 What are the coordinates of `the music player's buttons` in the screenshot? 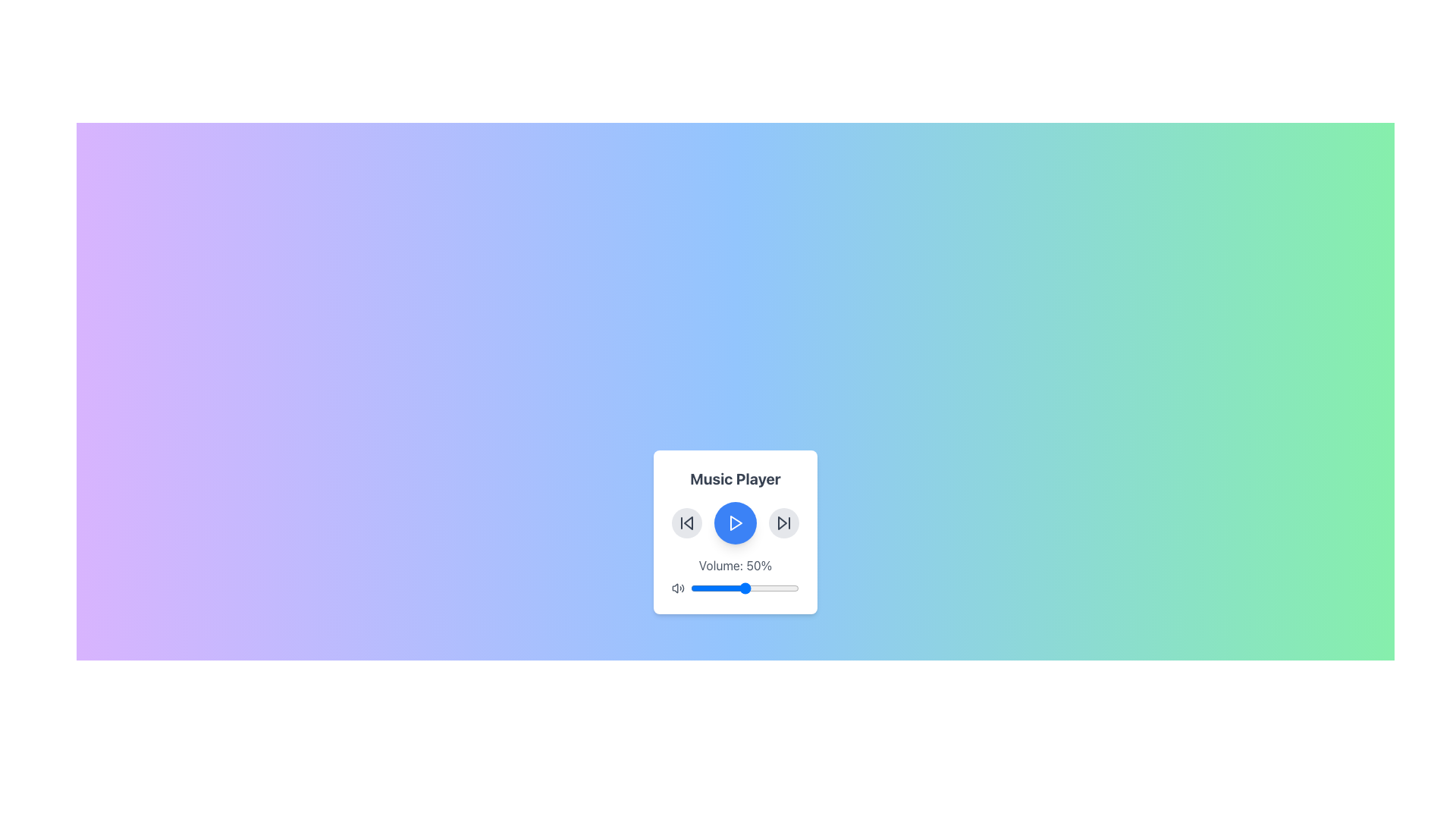 It's located at (735, 532).